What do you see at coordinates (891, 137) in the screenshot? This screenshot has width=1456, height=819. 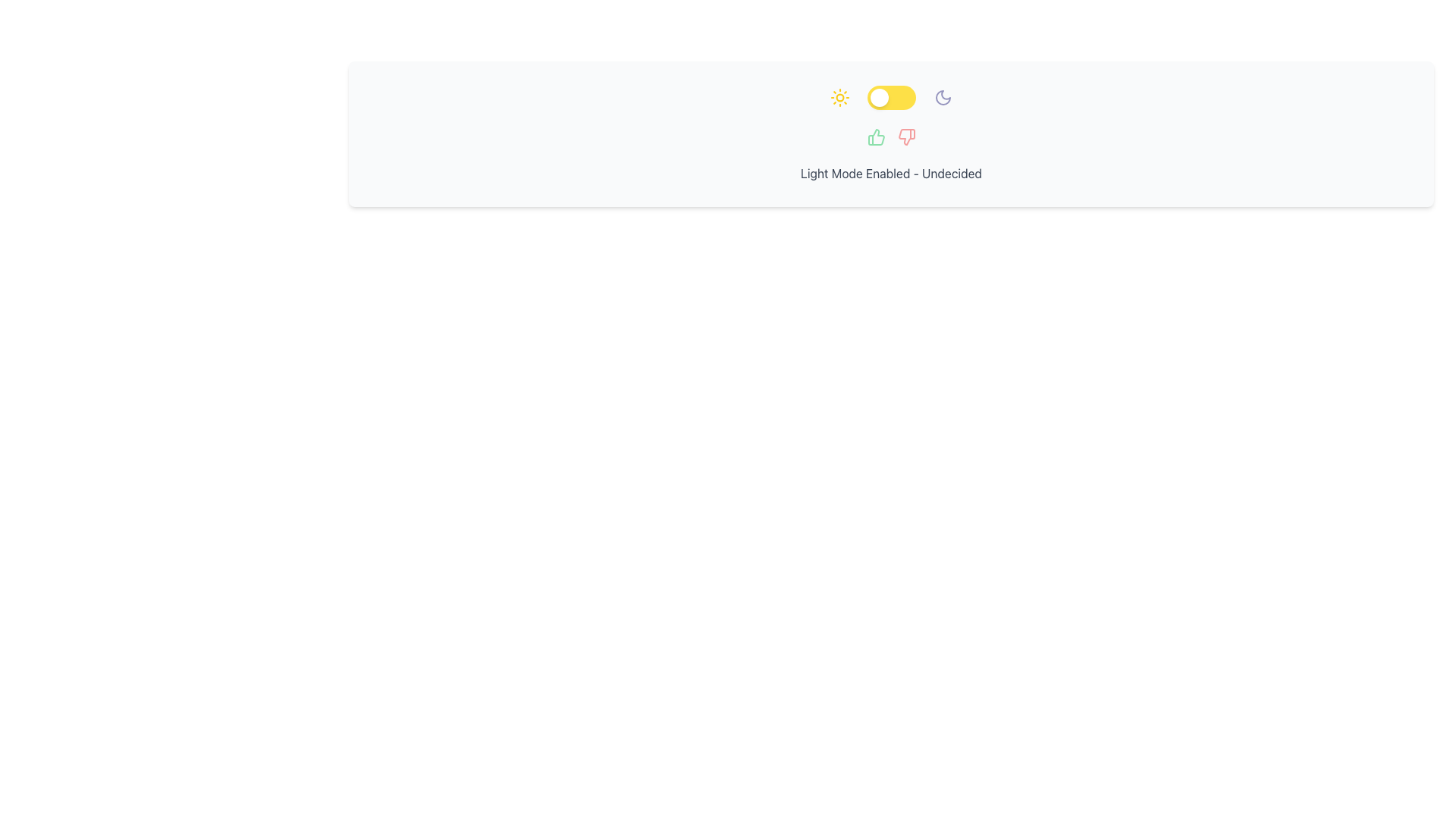 I see `the Icon group consisting of a green thumbs-up and a red thumbs-down icon, positioned slightly below the row of sun, toggle, and moon icons, and above the text 'Light Mode Enabled - Undecided'` at bounding box center [891, 137].